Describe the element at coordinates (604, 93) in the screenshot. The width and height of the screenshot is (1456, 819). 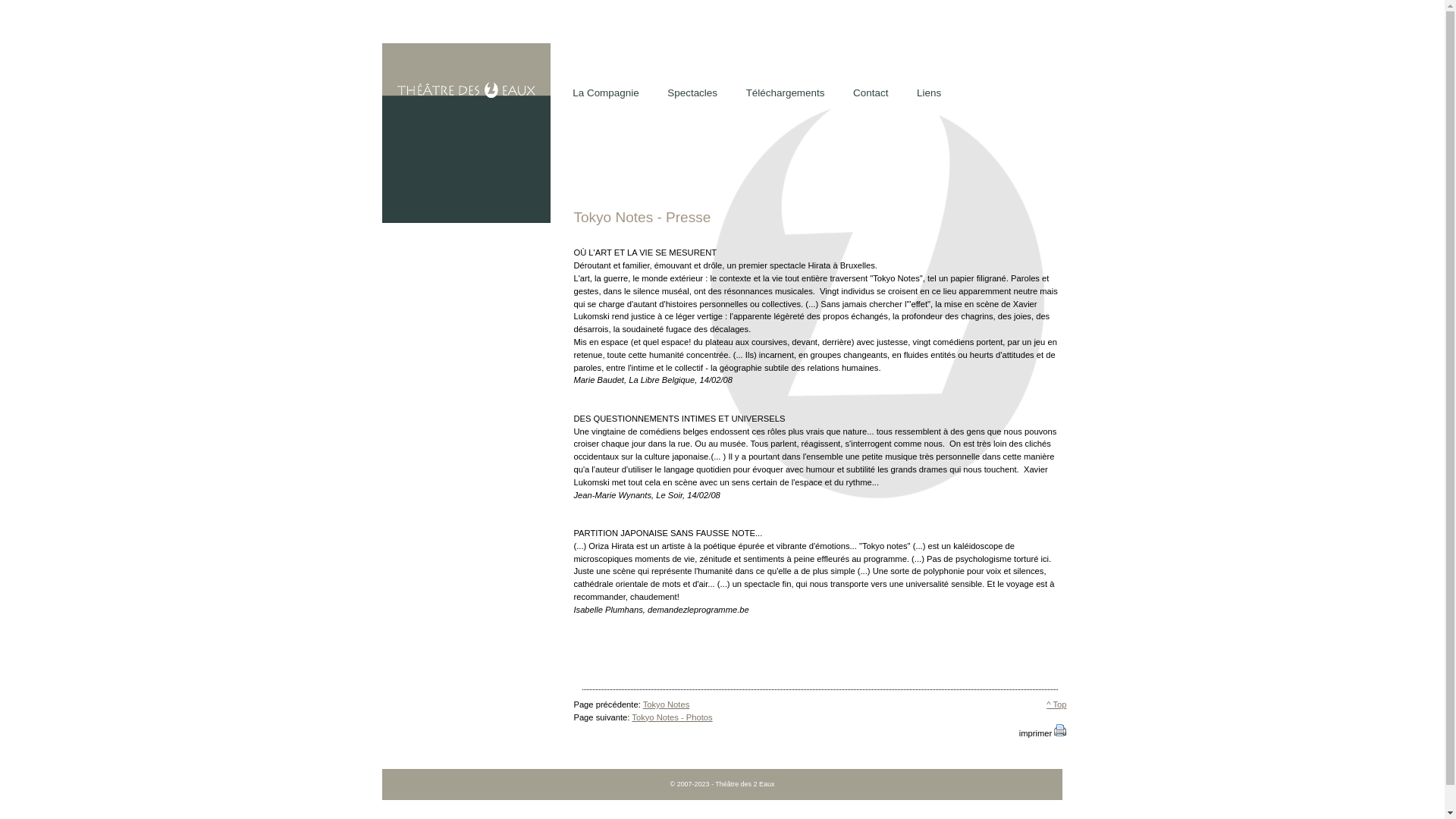
I see `'La Compagnie'` at that location.